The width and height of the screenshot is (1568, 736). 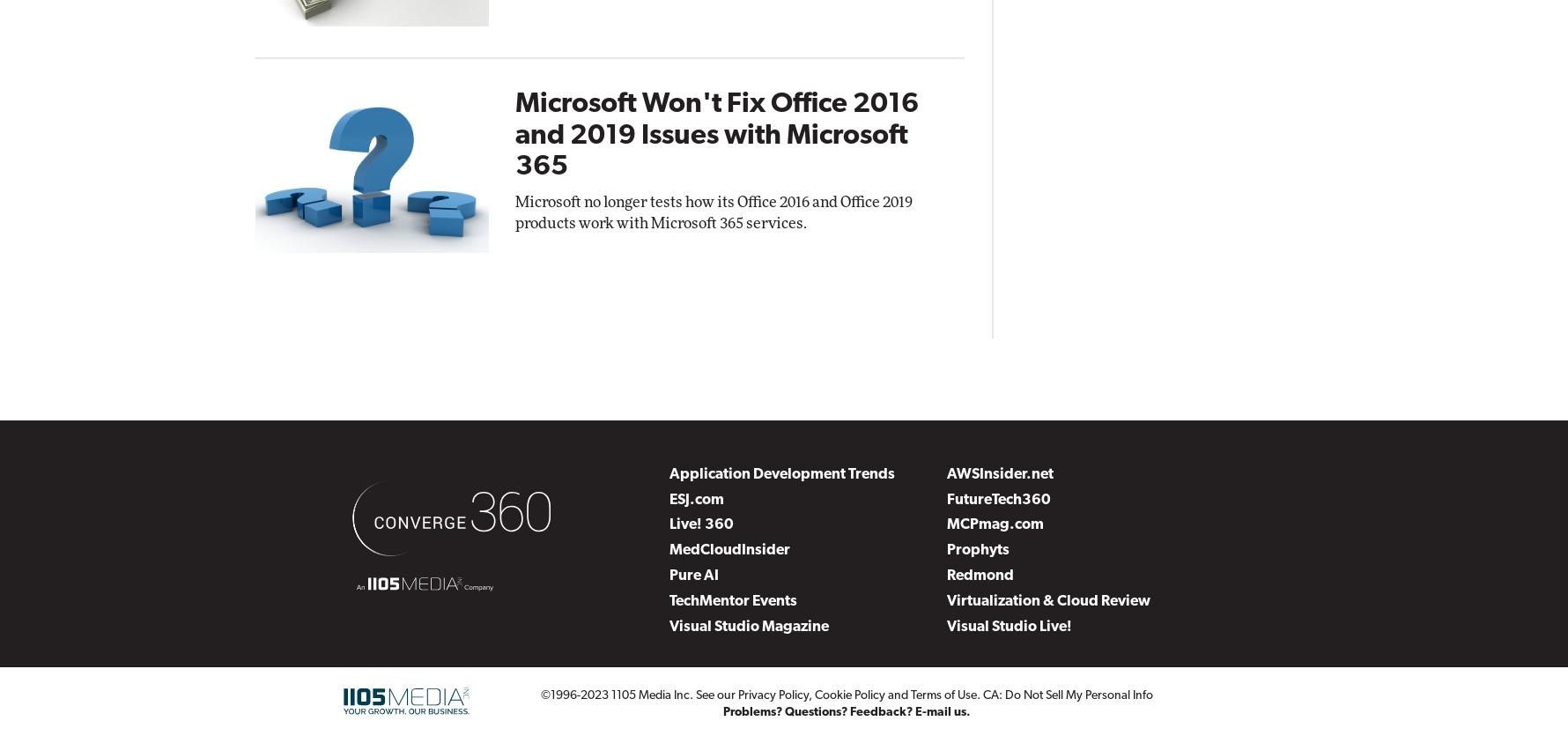 What do you see at coordinates (897, 694) in the screenshot?
I see `'and'` at bounding box center [897, 694].